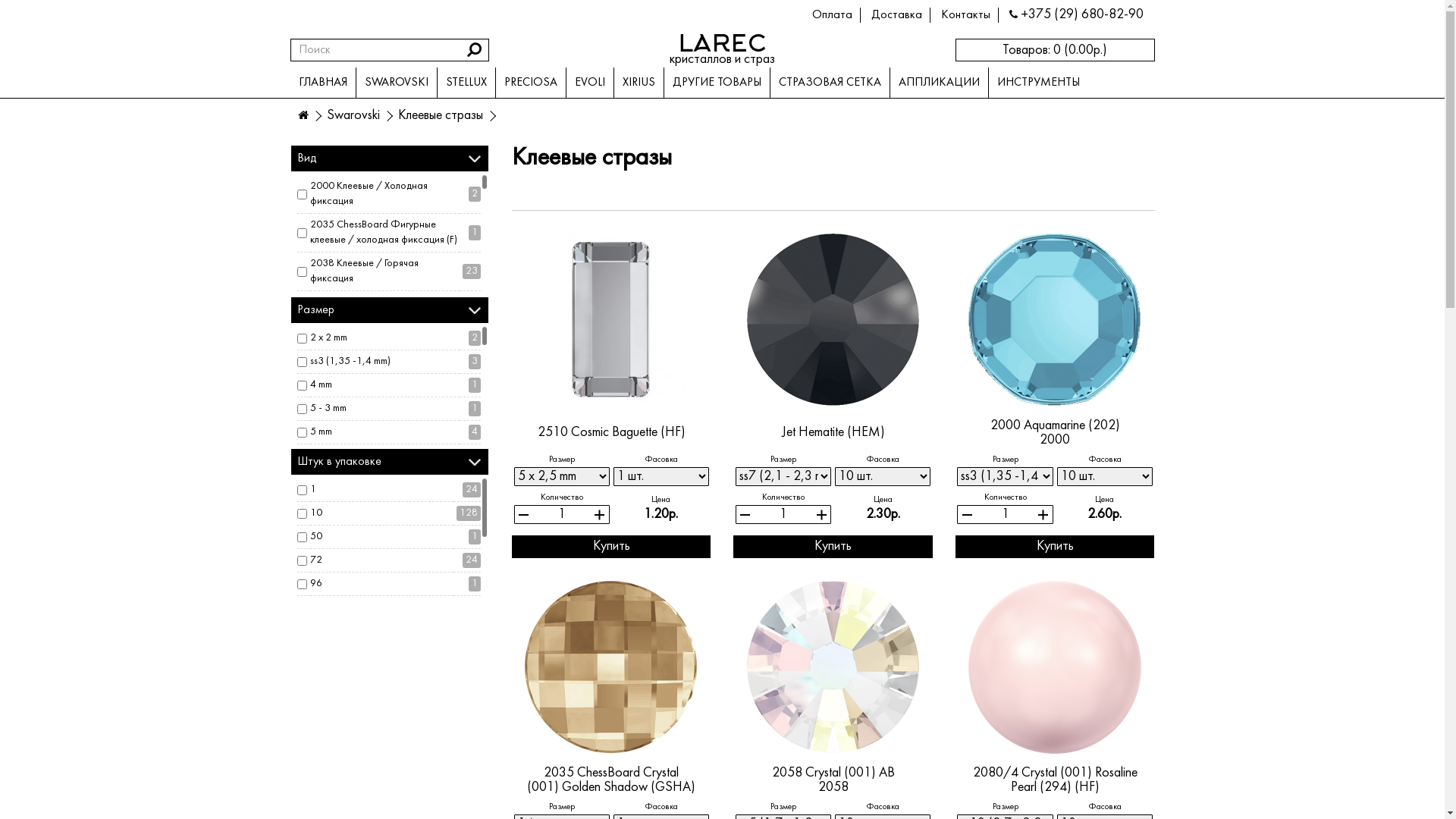 The height and width of the screenshot is (819, 1456). What do you see at coordinates (1054, 666) in the screenshot?
I see `'2080/4 Crystal (001)  Rosaline Pearl (294) (HF)'` at bounding box center [1054, 666].